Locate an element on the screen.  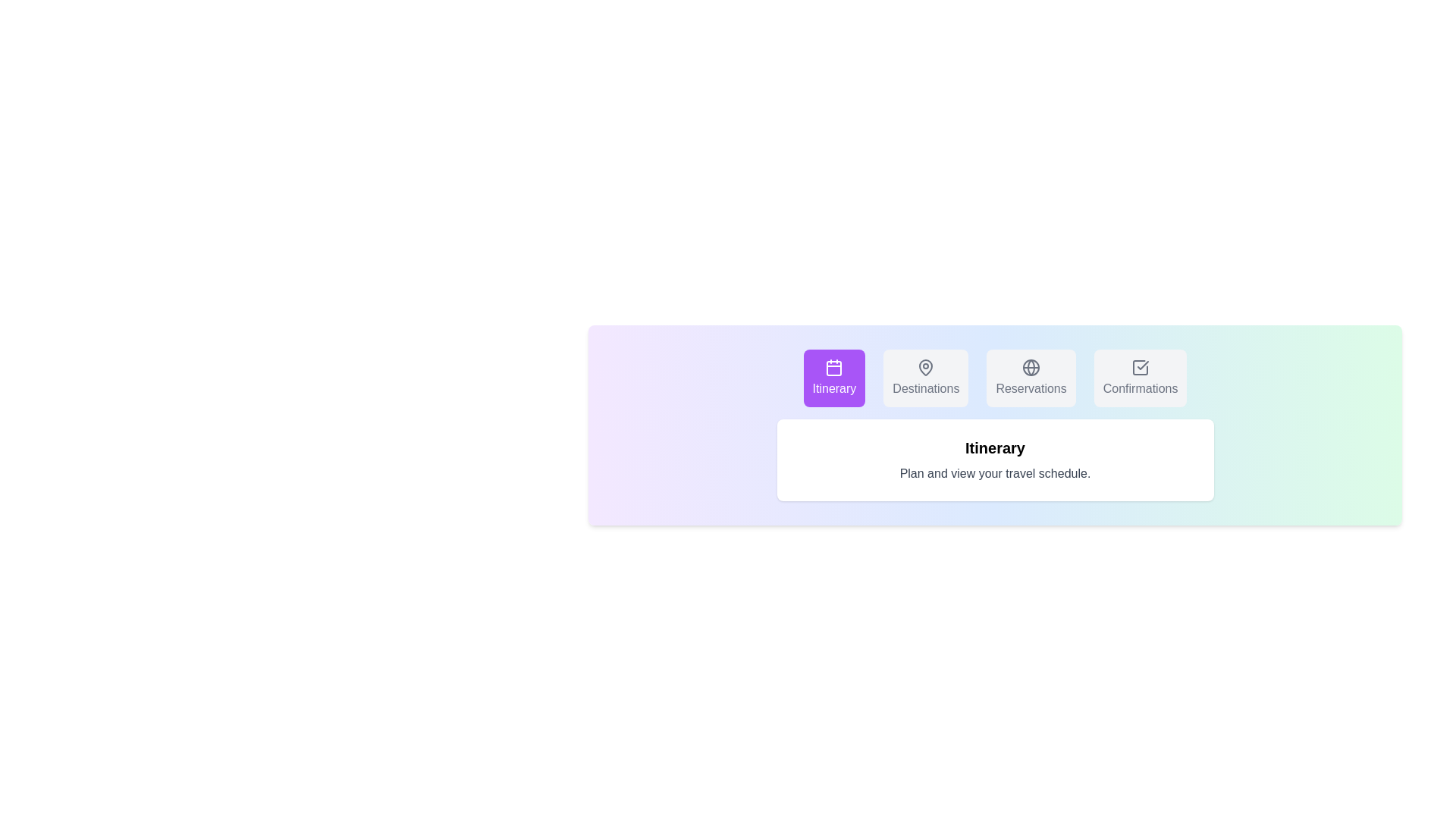
the Reservations tab to switch views is located at coordinates (1031, 377).